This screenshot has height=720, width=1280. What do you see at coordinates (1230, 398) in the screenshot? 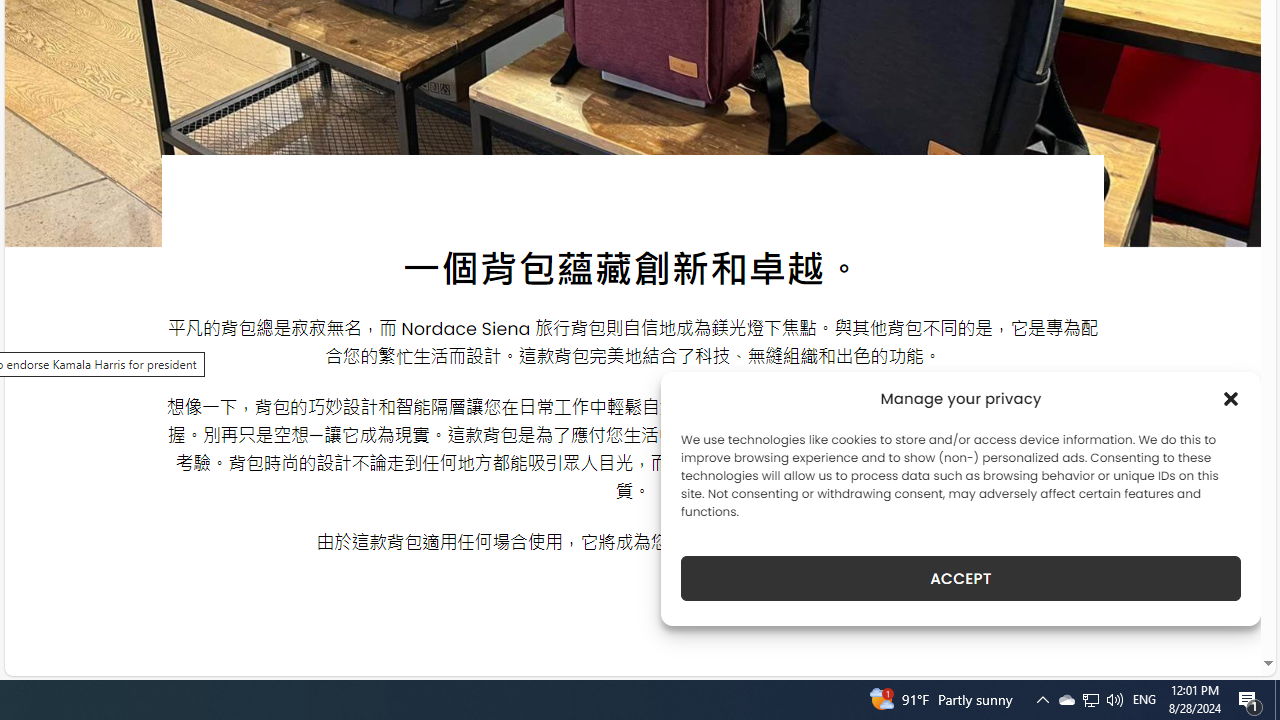
I see `'Class: cmplz-close'` at bounding box center [1230, 398].